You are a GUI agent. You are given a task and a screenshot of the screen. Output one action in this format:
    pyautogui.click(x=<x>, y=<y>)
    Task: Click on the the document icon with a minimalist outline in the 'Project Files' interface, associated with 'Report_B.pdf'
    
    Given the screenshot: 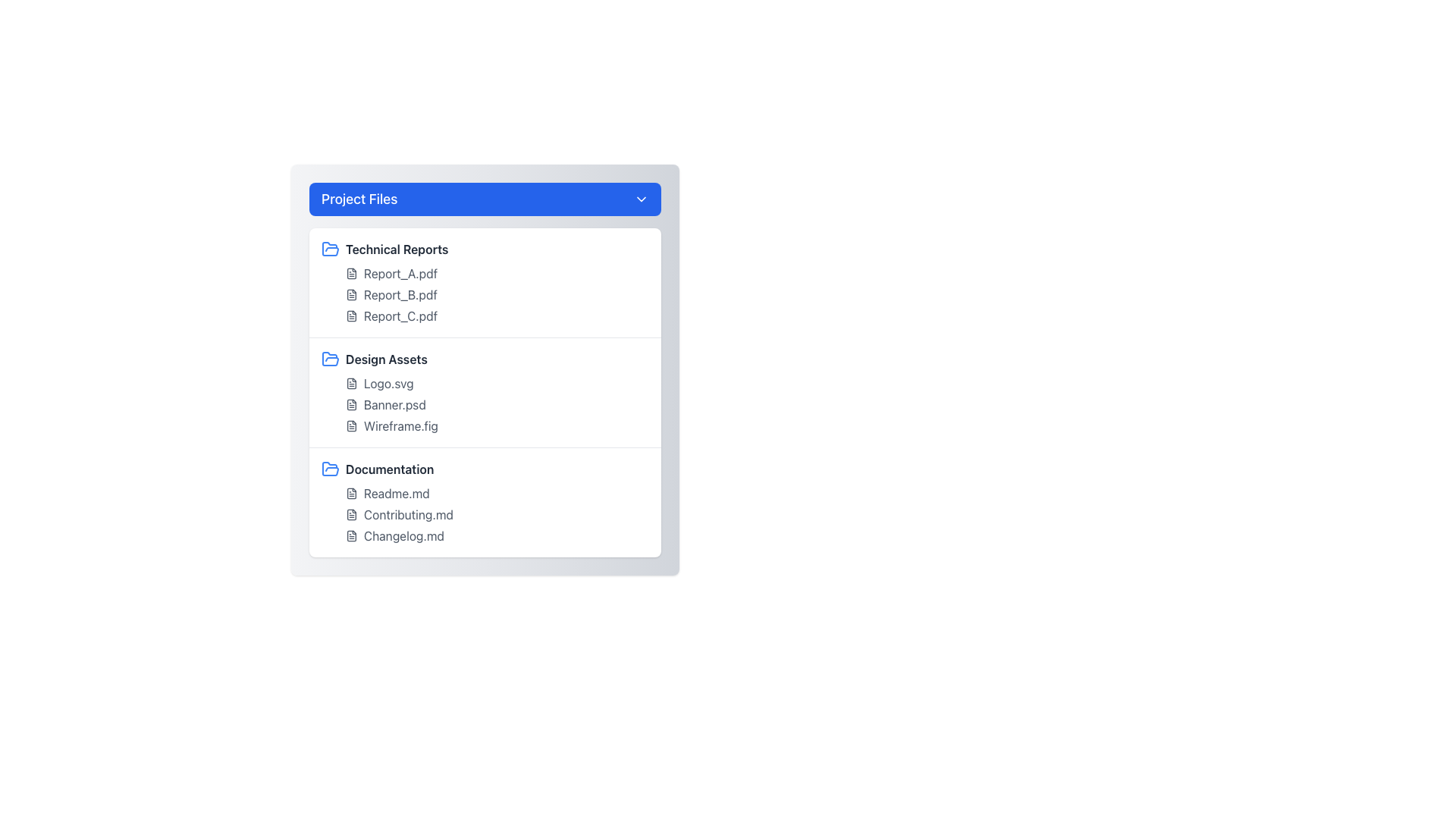 What is the action you would take?
    pyautogui.click(x=351, y=295)
    